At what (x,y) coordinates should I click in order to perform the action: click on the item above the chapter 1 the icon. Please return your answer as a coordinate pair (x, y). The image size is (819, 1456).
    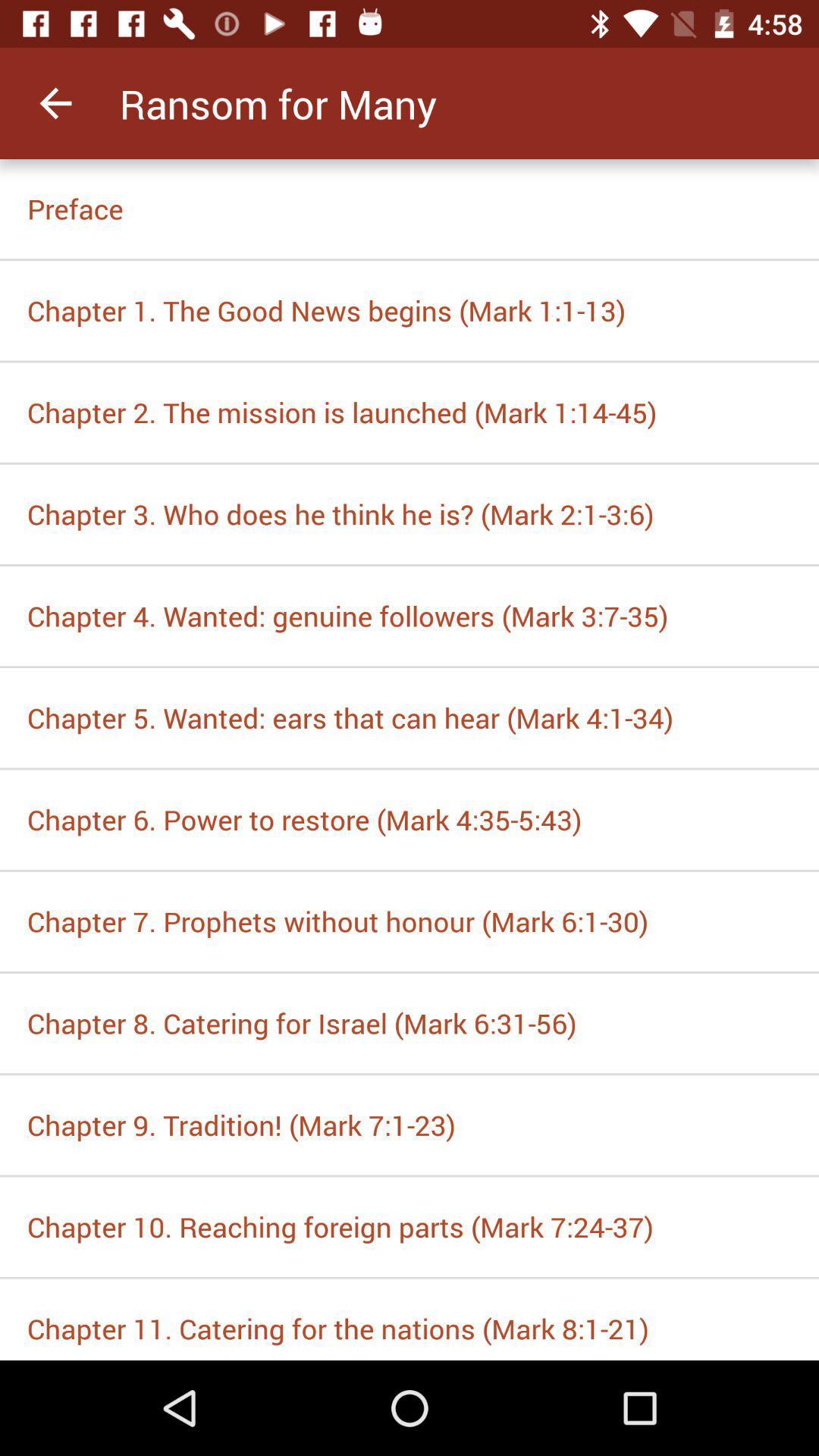
    Looking at the image, I should click on (409, 208).